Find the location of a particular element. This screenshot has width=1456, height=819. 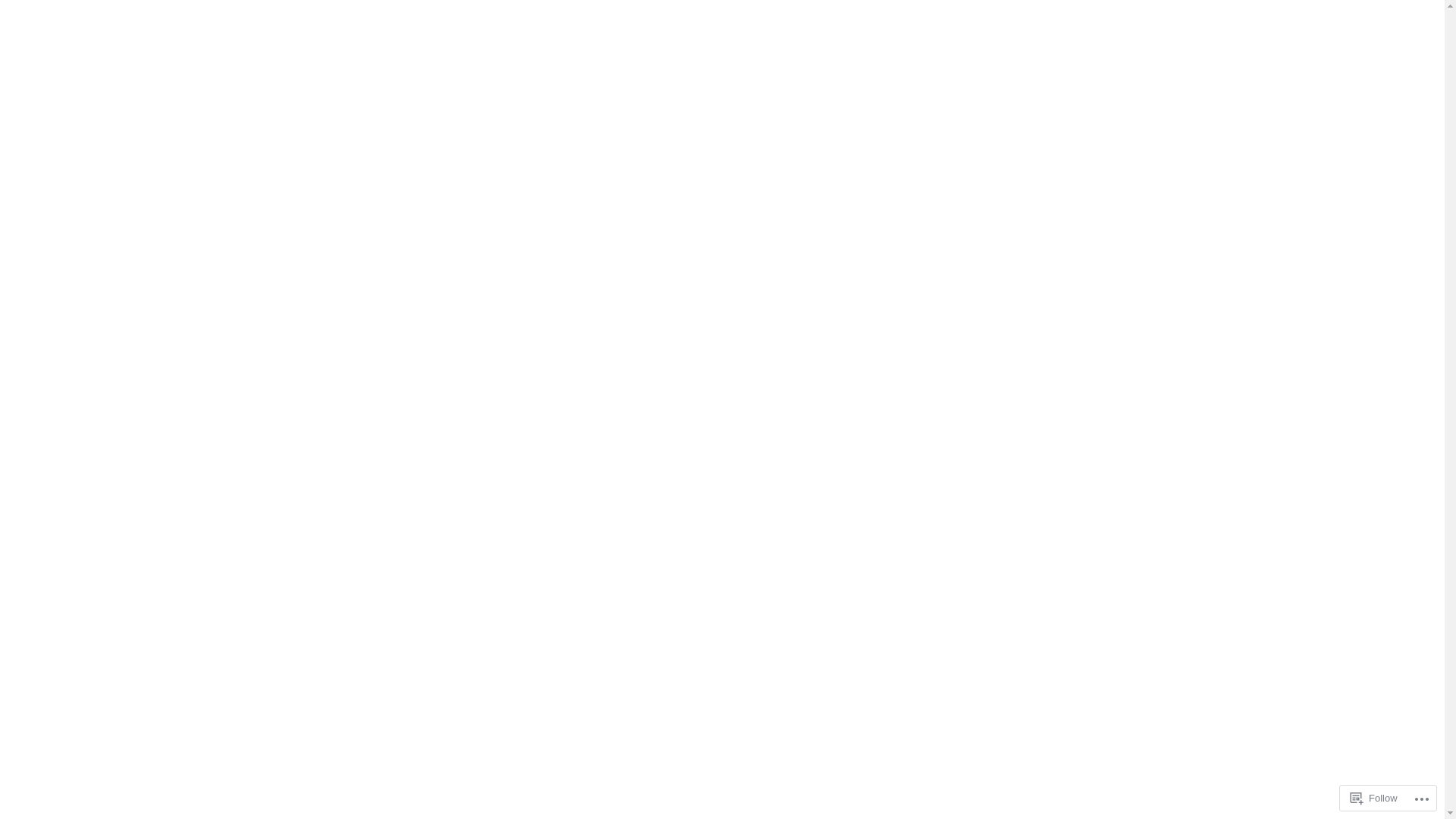

'Follow' is located at coordinates (1374, 797).